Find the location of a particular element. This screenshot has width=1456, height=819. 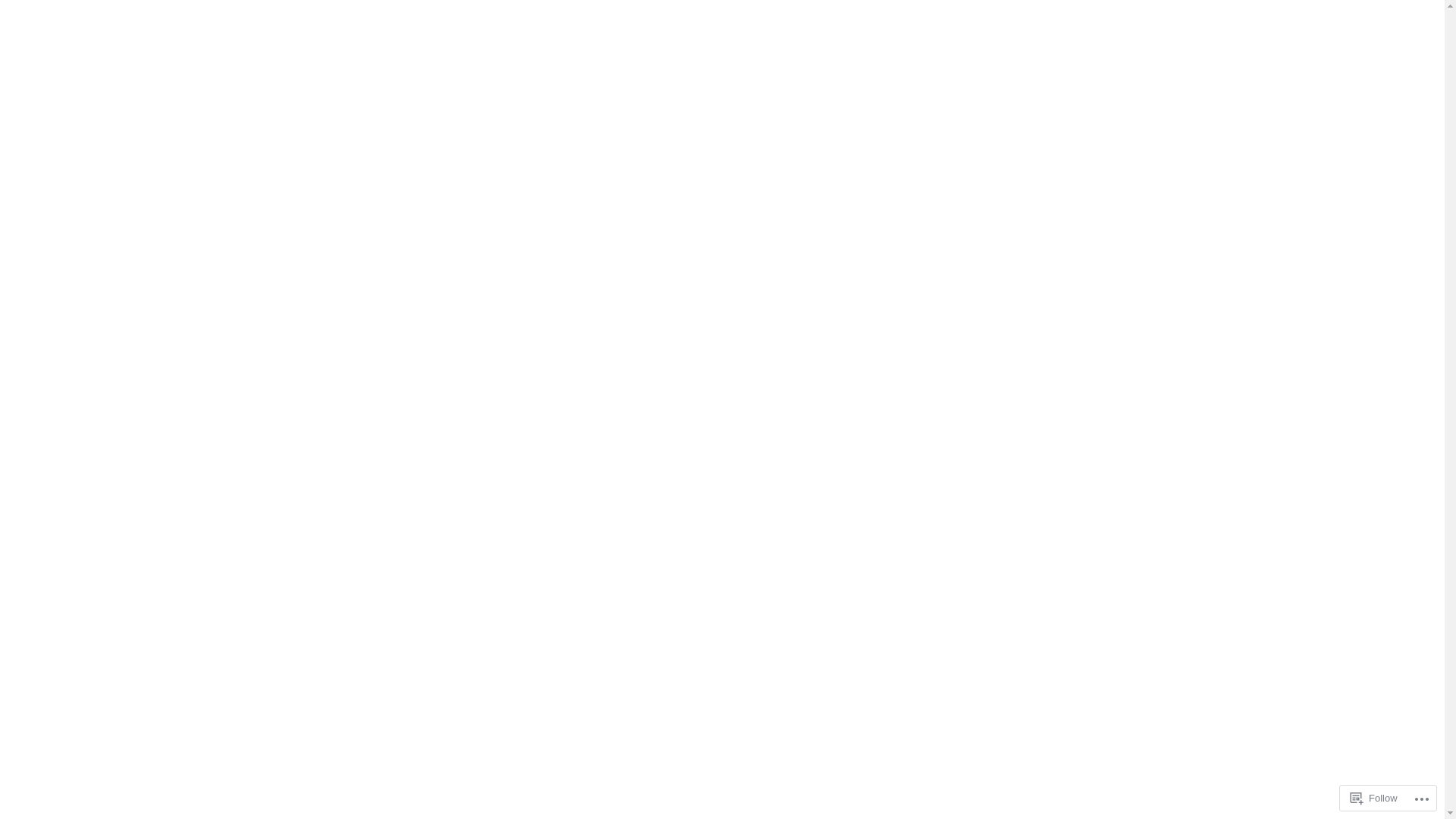

'Follow' is located at coordinates (1374, 797).